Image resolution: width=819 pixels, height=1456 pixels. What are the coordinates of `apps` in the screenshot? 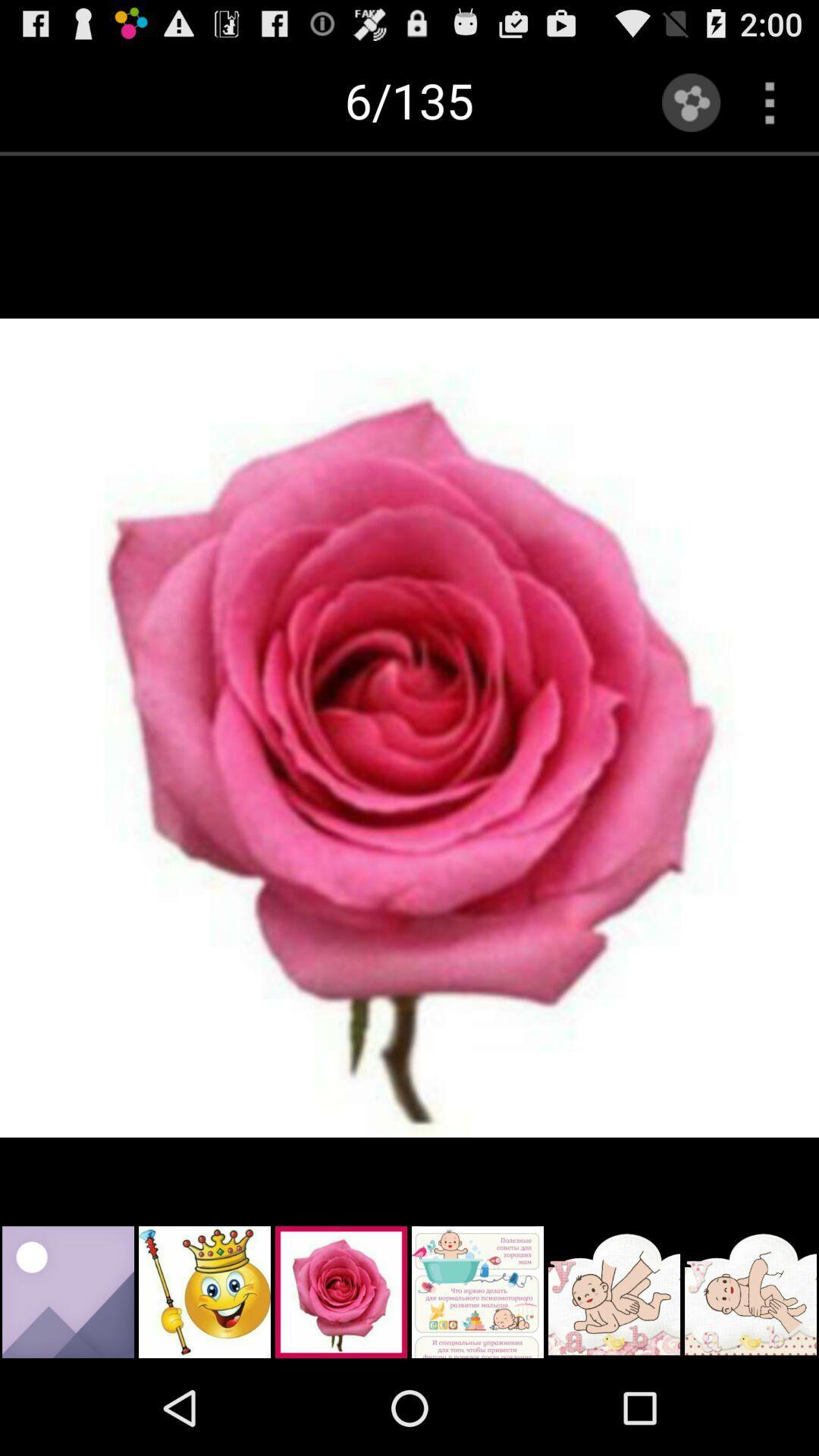 It's located at (770, 102).